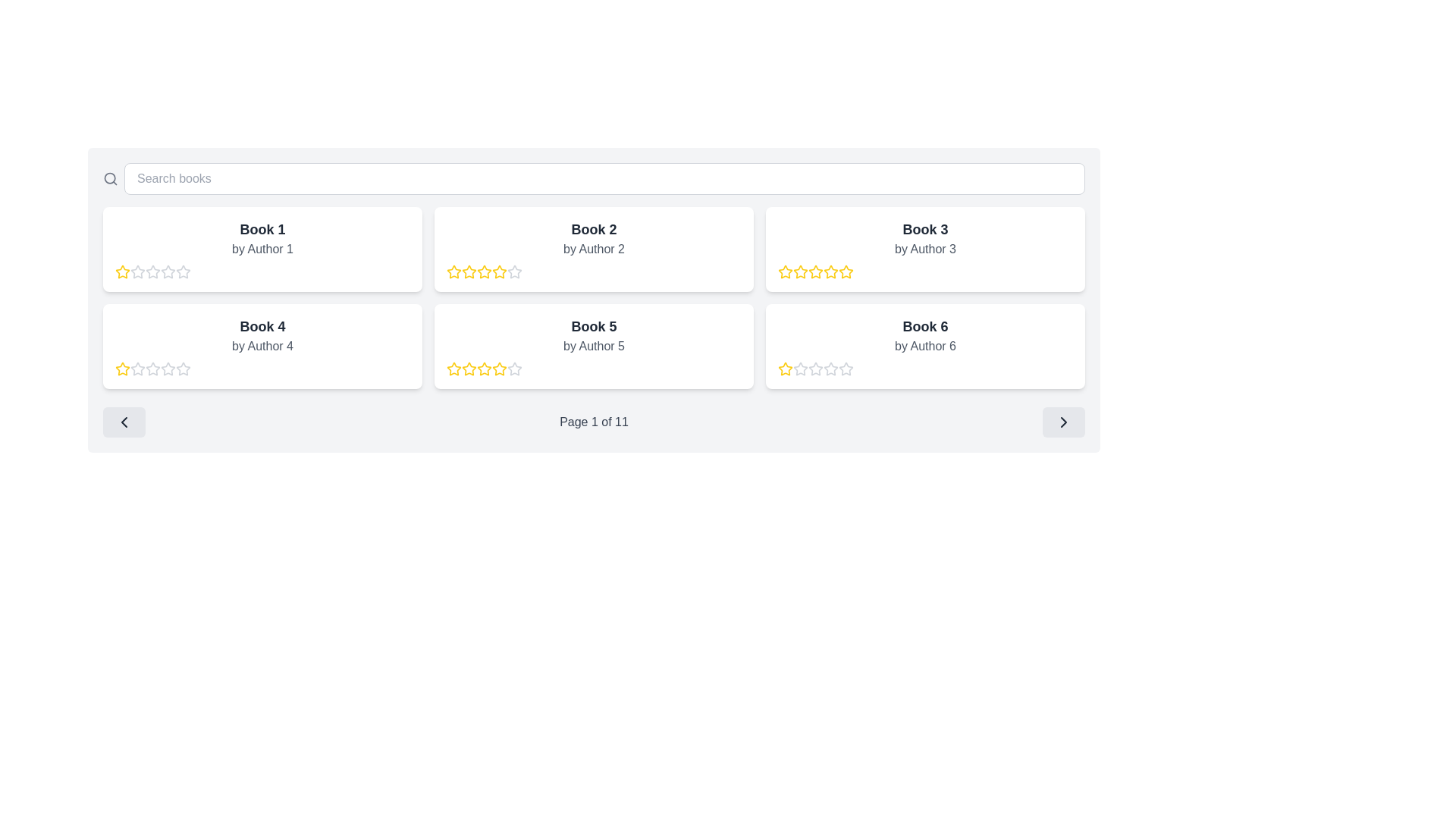  I want to click on the text label displaying 'Book 6', which is styled with a bold, large font in dark gray, located at the top of a white, rounded rectangular card in a grid layout, so click(924, 326).